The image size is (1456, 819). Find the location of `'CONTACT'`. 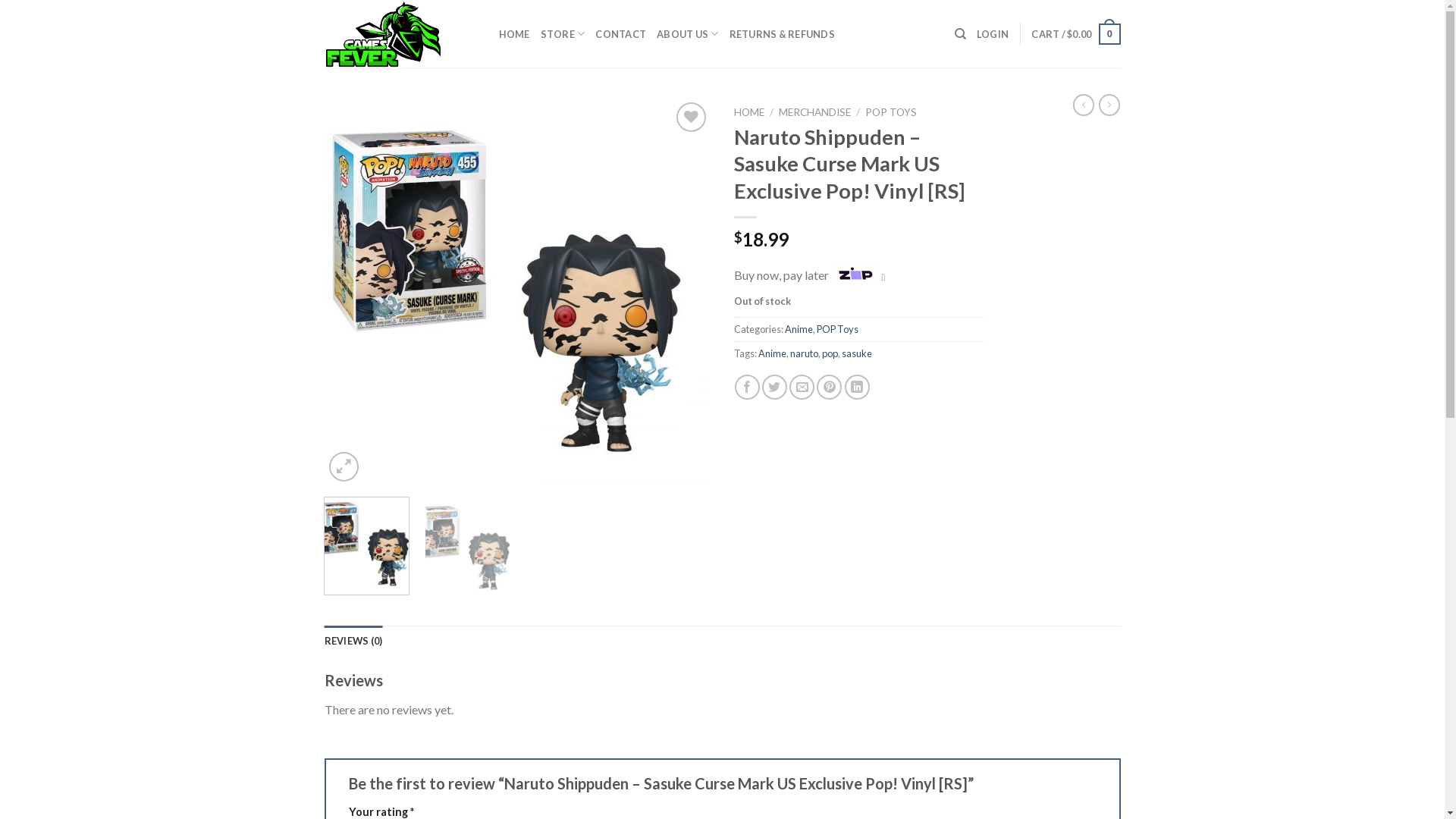

'CONTACT' is located at coordinates (620, 34).